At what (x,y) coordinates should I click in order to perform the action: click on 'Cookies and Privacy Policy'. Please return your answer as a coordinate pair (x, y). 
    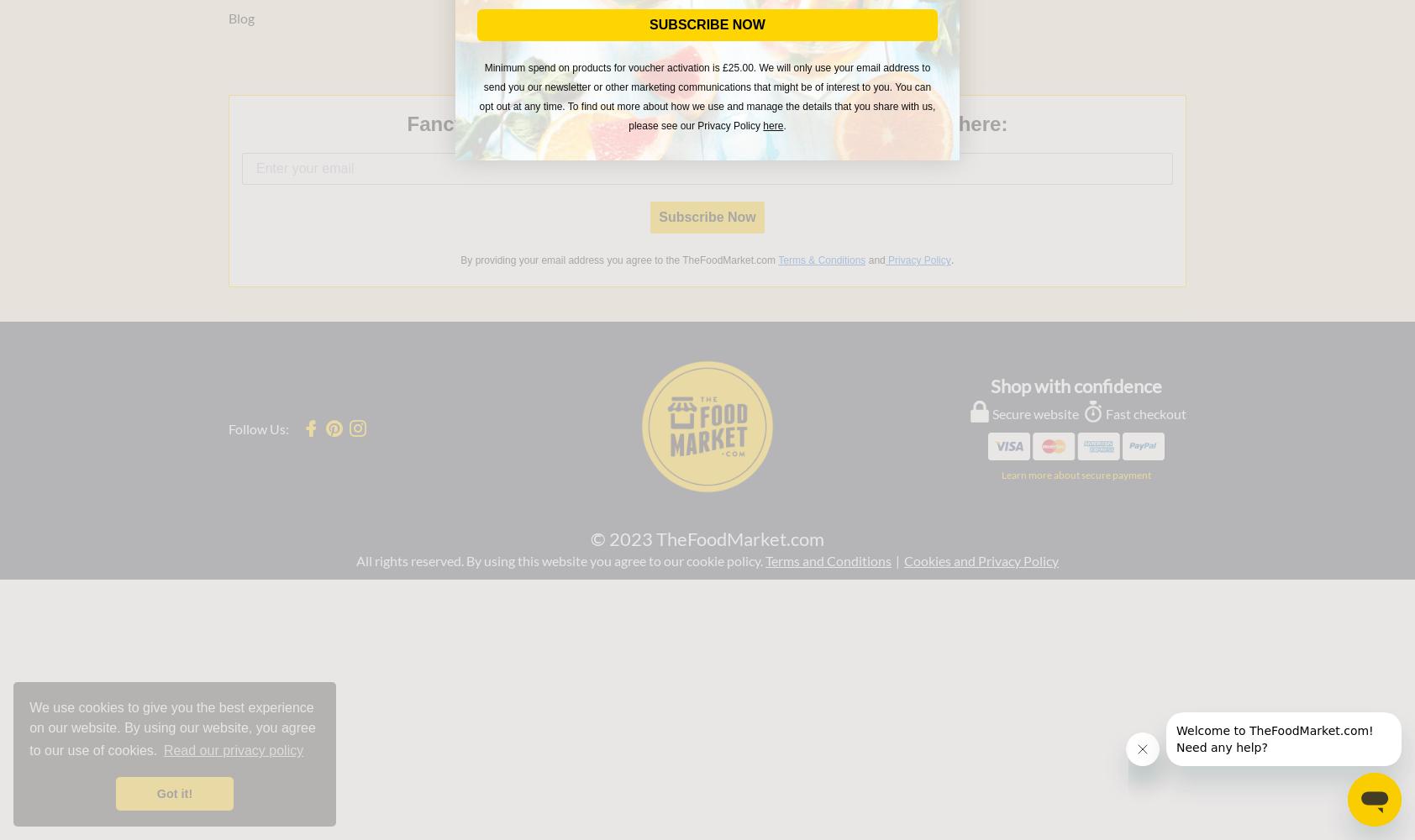
    Looking at the image, I should click on (981, 559).